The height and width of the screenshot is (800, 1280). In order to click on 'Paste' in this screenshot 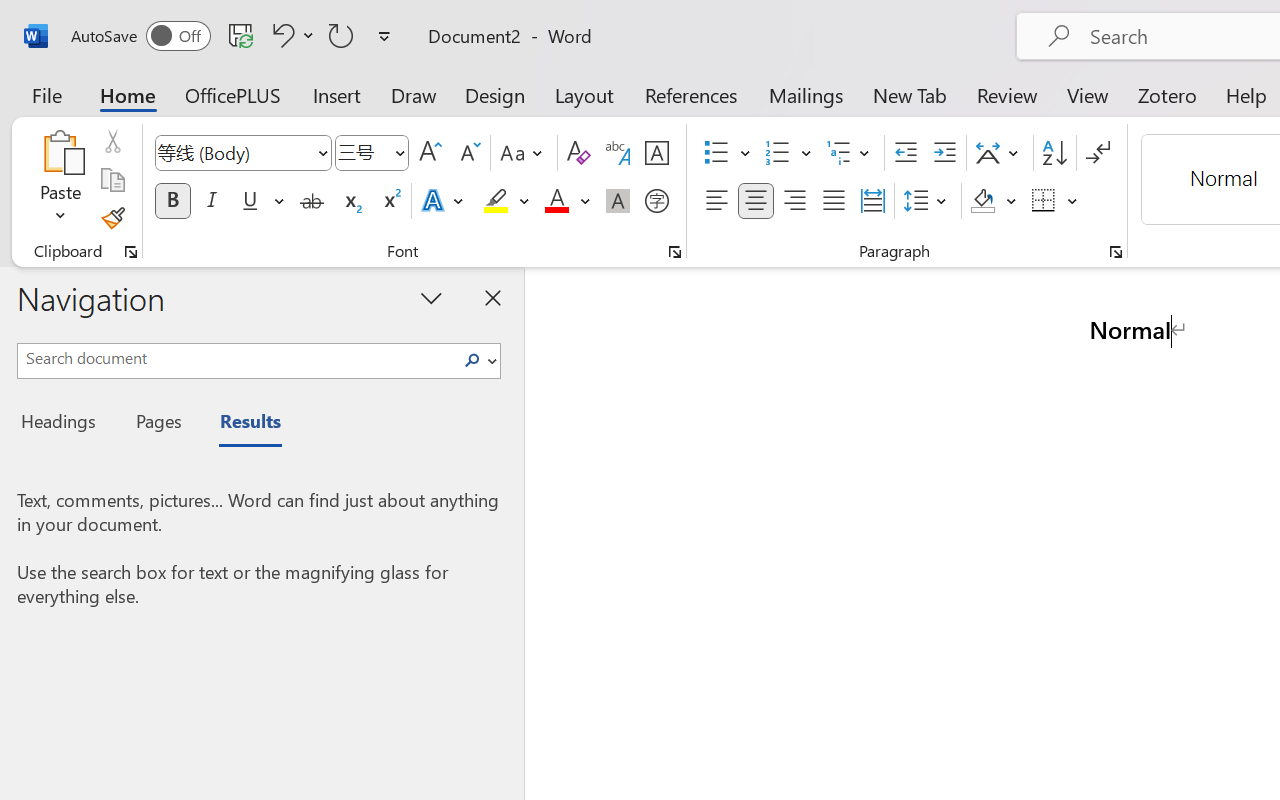, I will do `click(60, 151)`.